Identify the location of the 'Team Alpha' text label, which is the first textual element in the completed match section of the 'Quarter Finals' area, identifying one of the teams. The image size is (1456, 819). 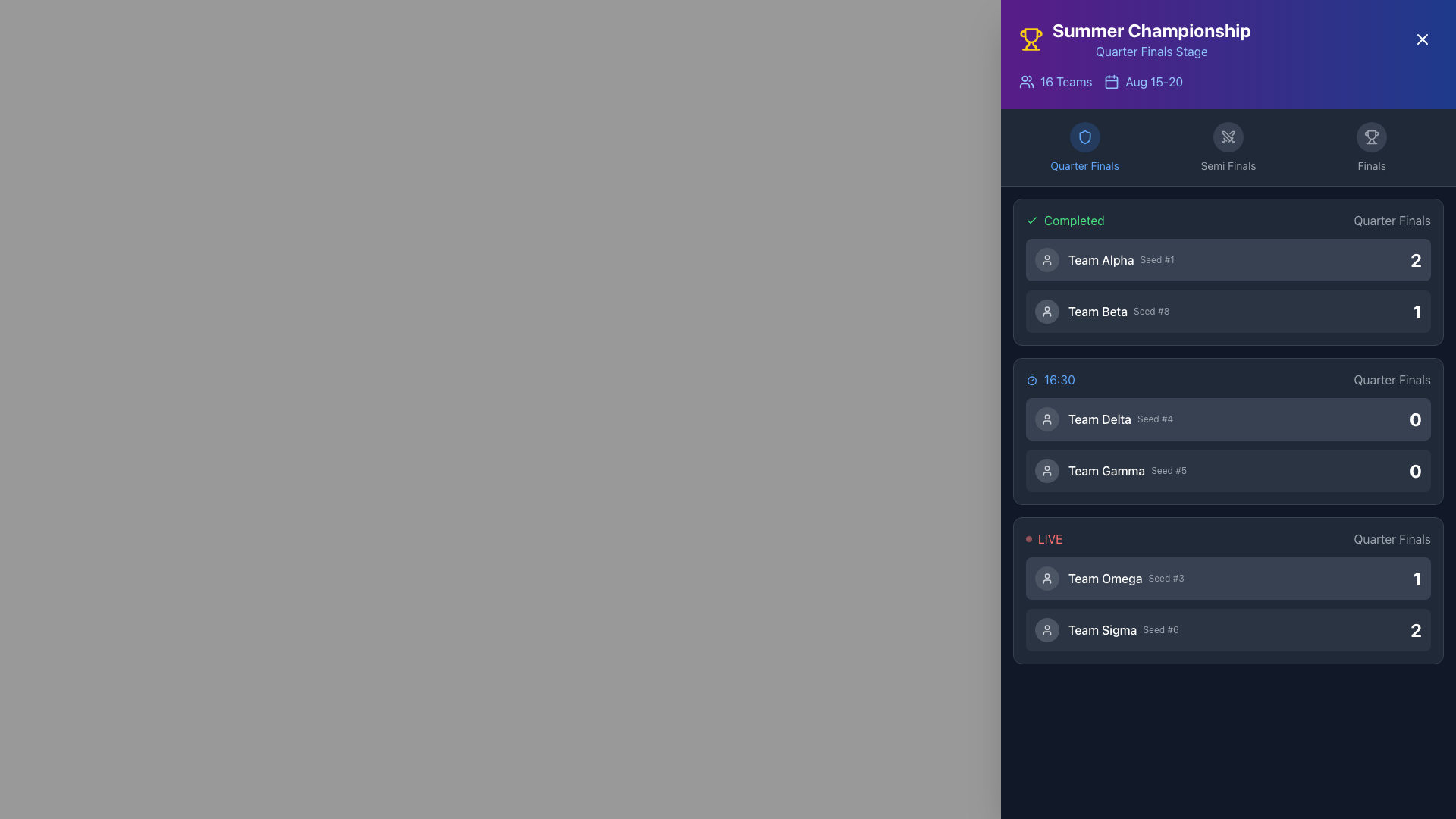
(1101, 259).